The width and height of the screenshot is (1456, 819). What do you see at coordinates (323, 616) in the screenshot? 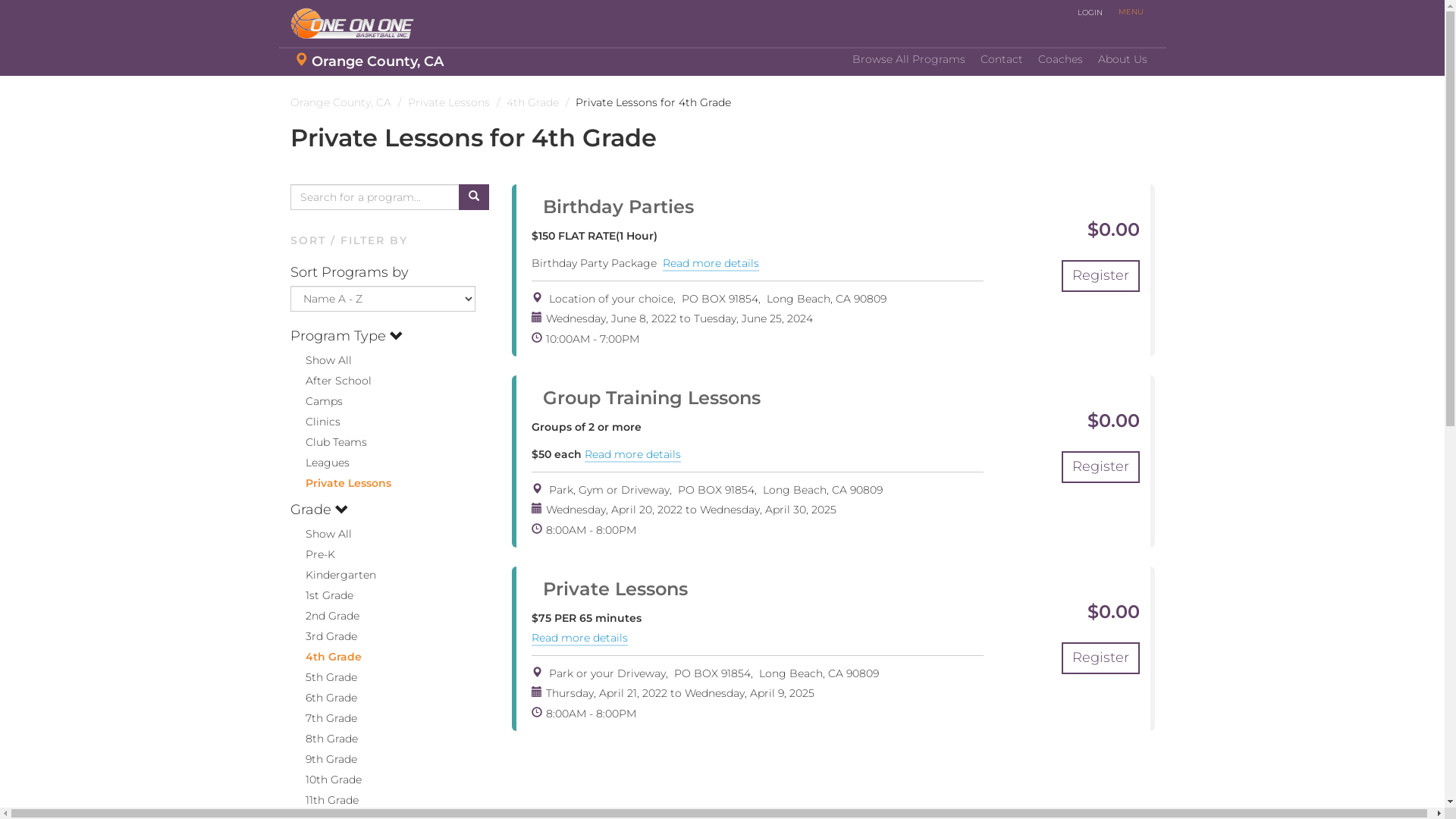
I see `'2nd Grade'` at bounding box center [323, 616].